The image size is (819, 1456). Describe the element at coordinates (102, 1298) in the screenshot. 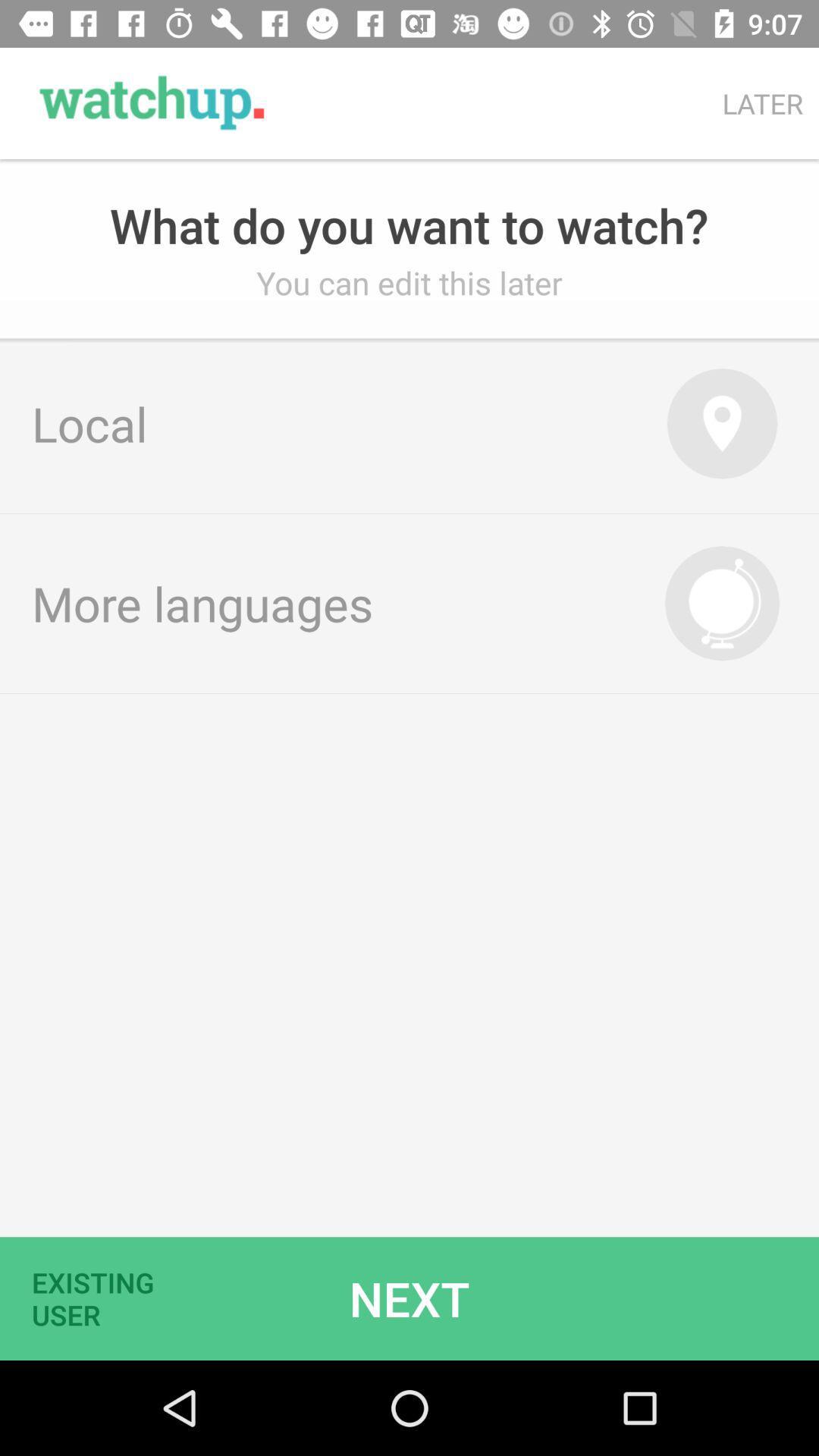

I see `the existing` at that location.